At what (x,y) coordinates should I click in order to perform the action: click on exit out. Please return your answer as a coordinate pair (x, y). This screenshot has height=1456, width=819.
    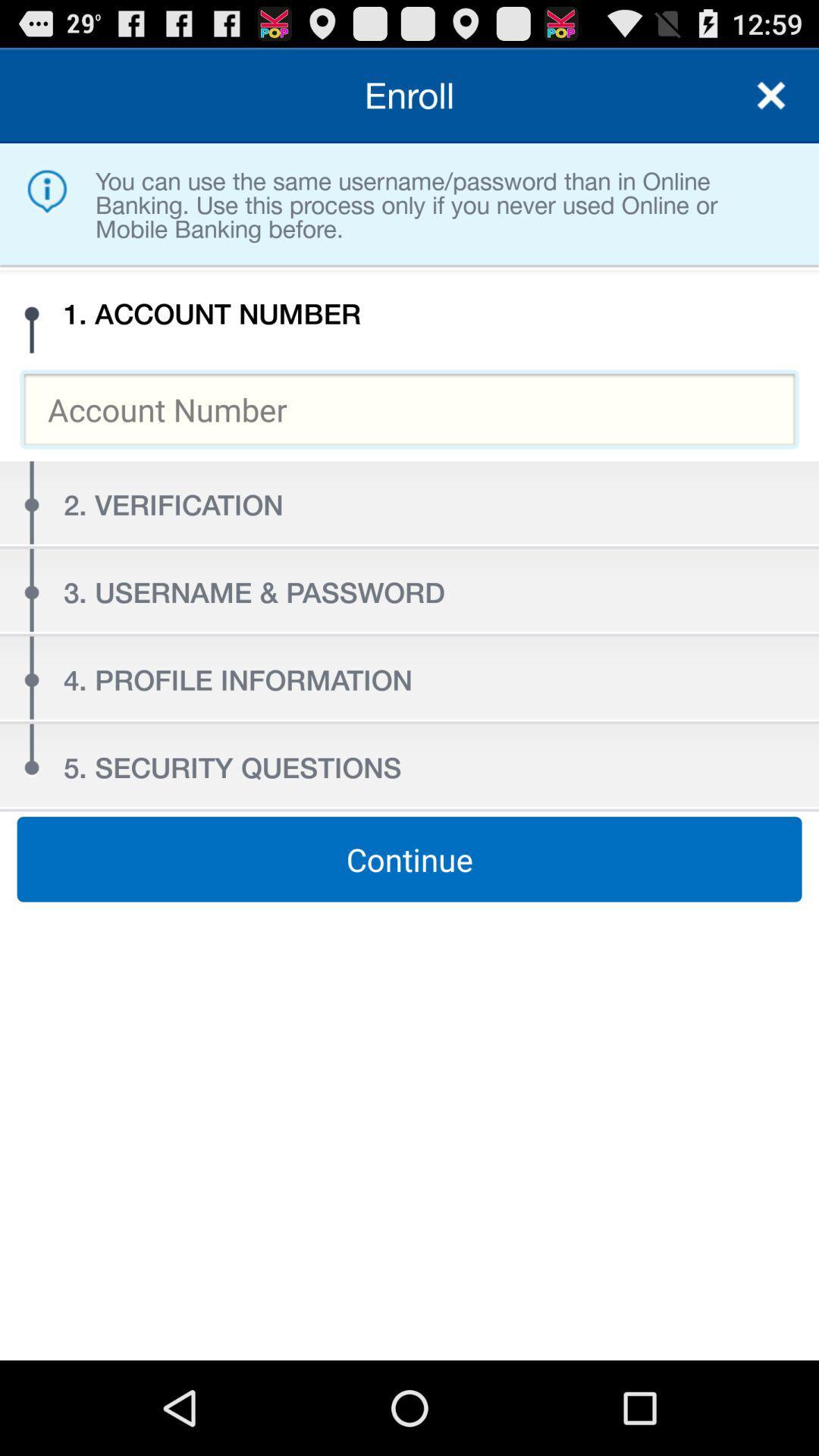
    Looking at the image, I should click on (771, 94).